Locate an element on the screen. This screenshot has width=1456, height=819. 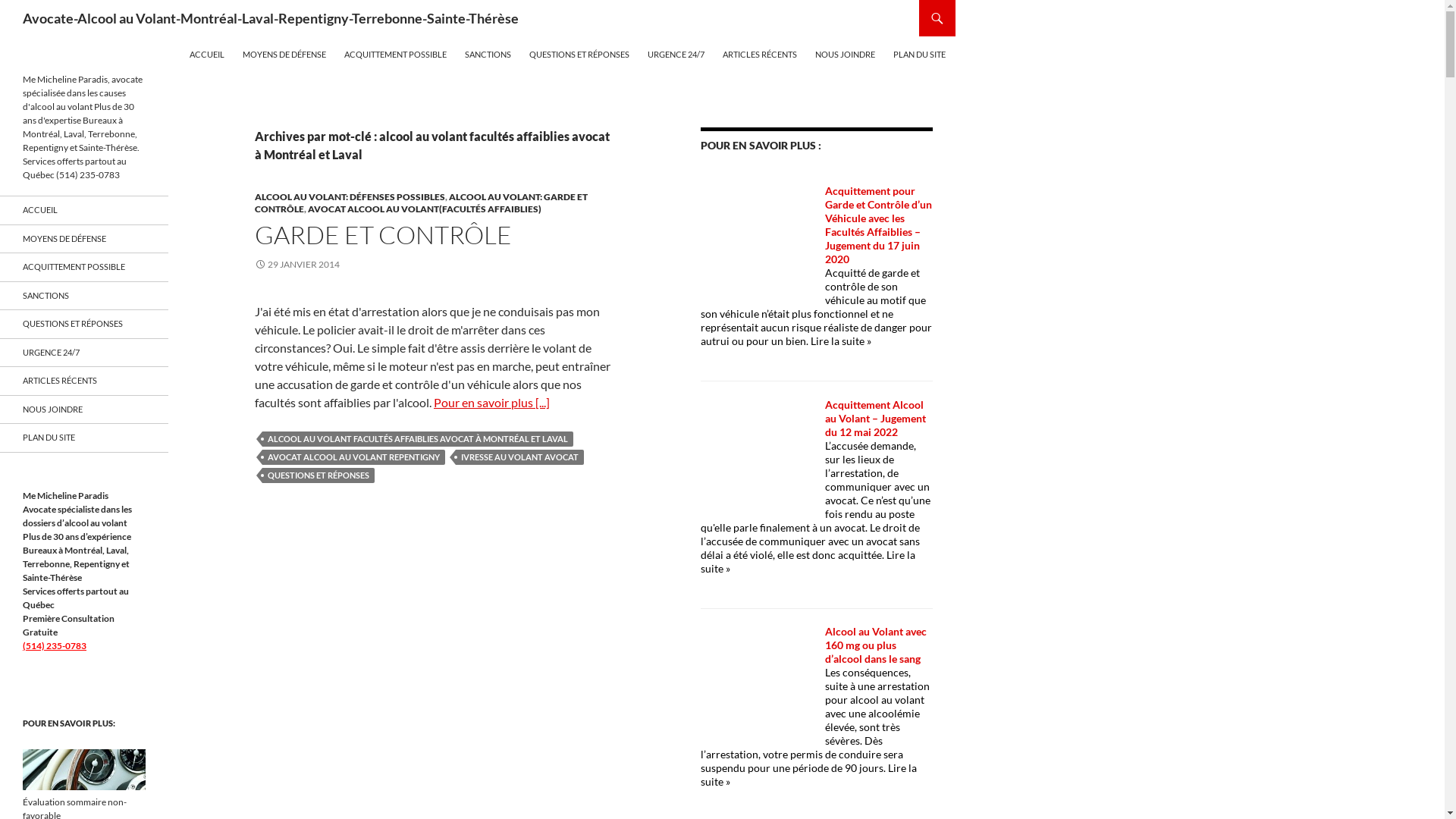
'29 JANVIER 2014' is located at coordinates (297, 263).